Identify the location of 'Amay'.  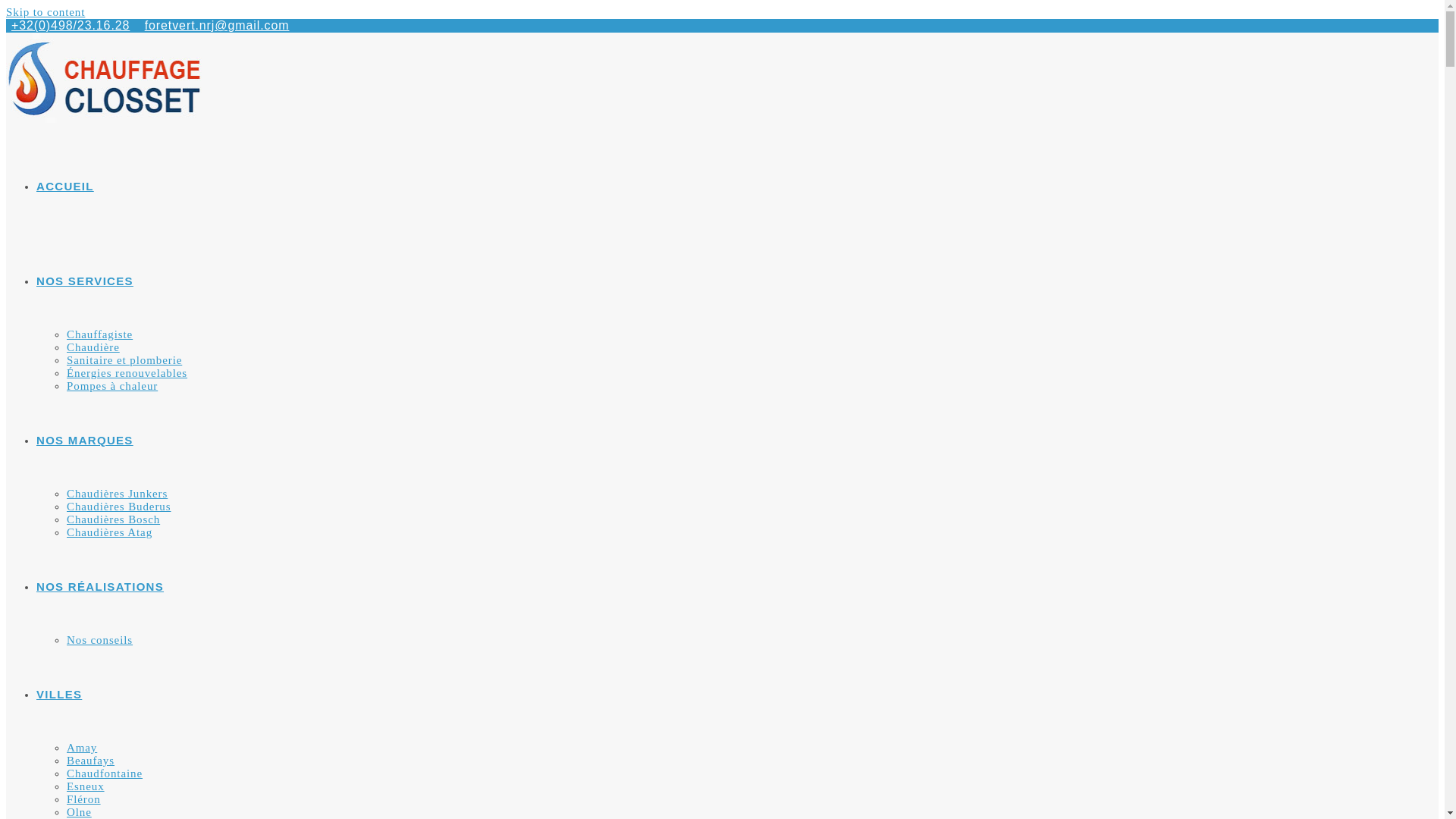
(80, 747).